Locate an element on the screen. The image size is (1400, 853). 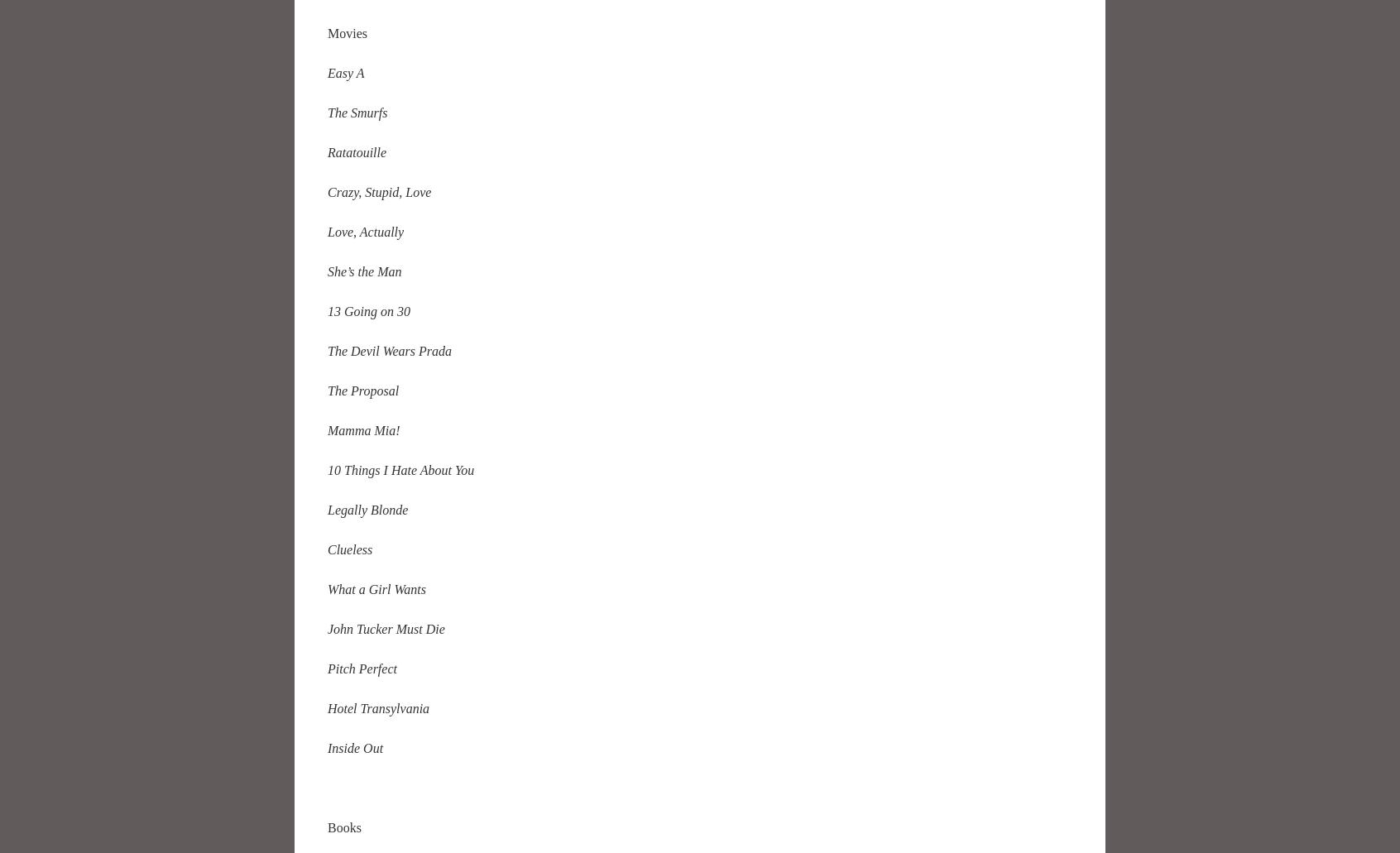
'Love, Actually' is located at coordinates (364, 231).